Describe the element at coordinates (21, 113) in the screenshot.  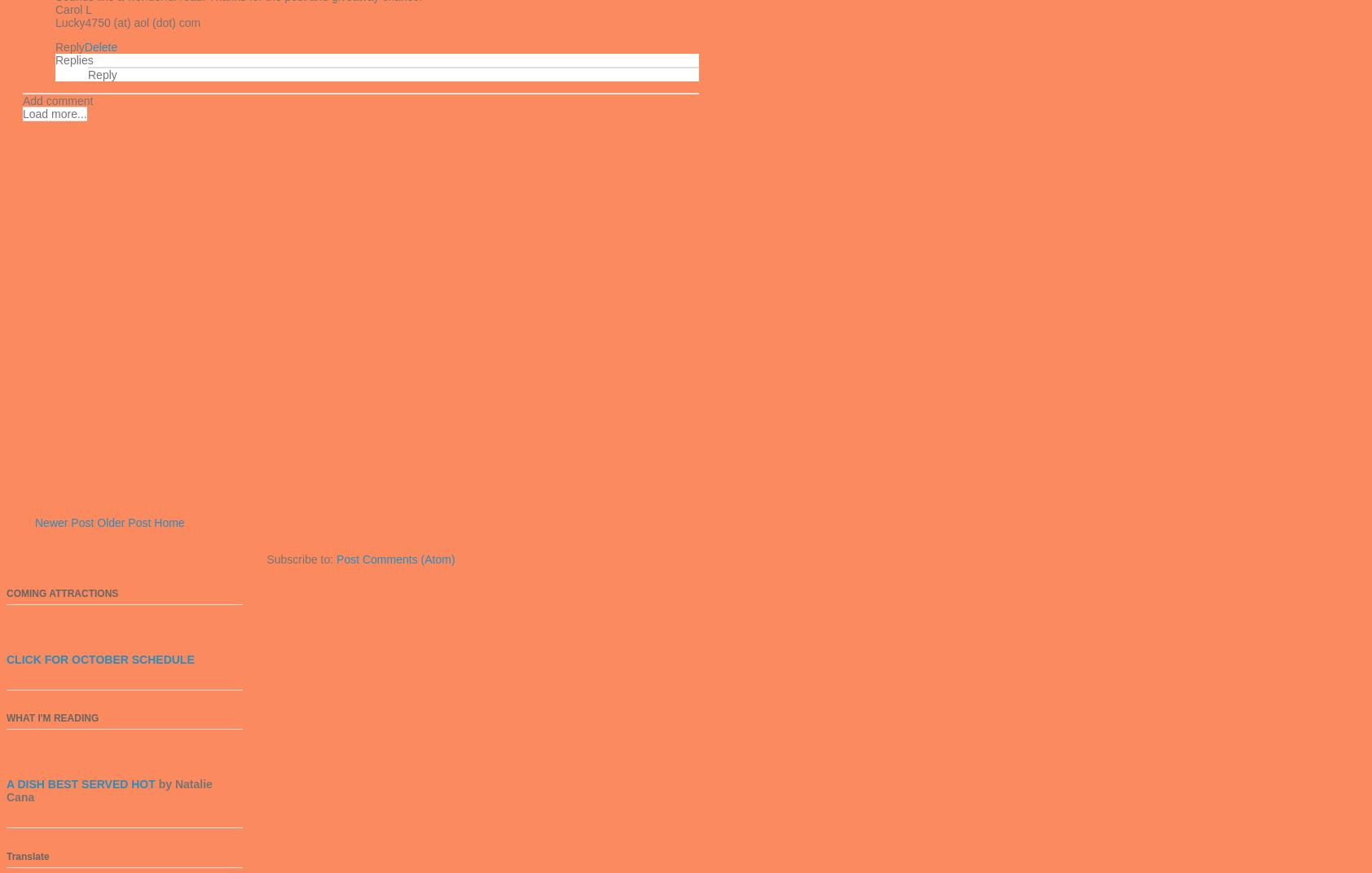
I see `'Load more...'` at that location.